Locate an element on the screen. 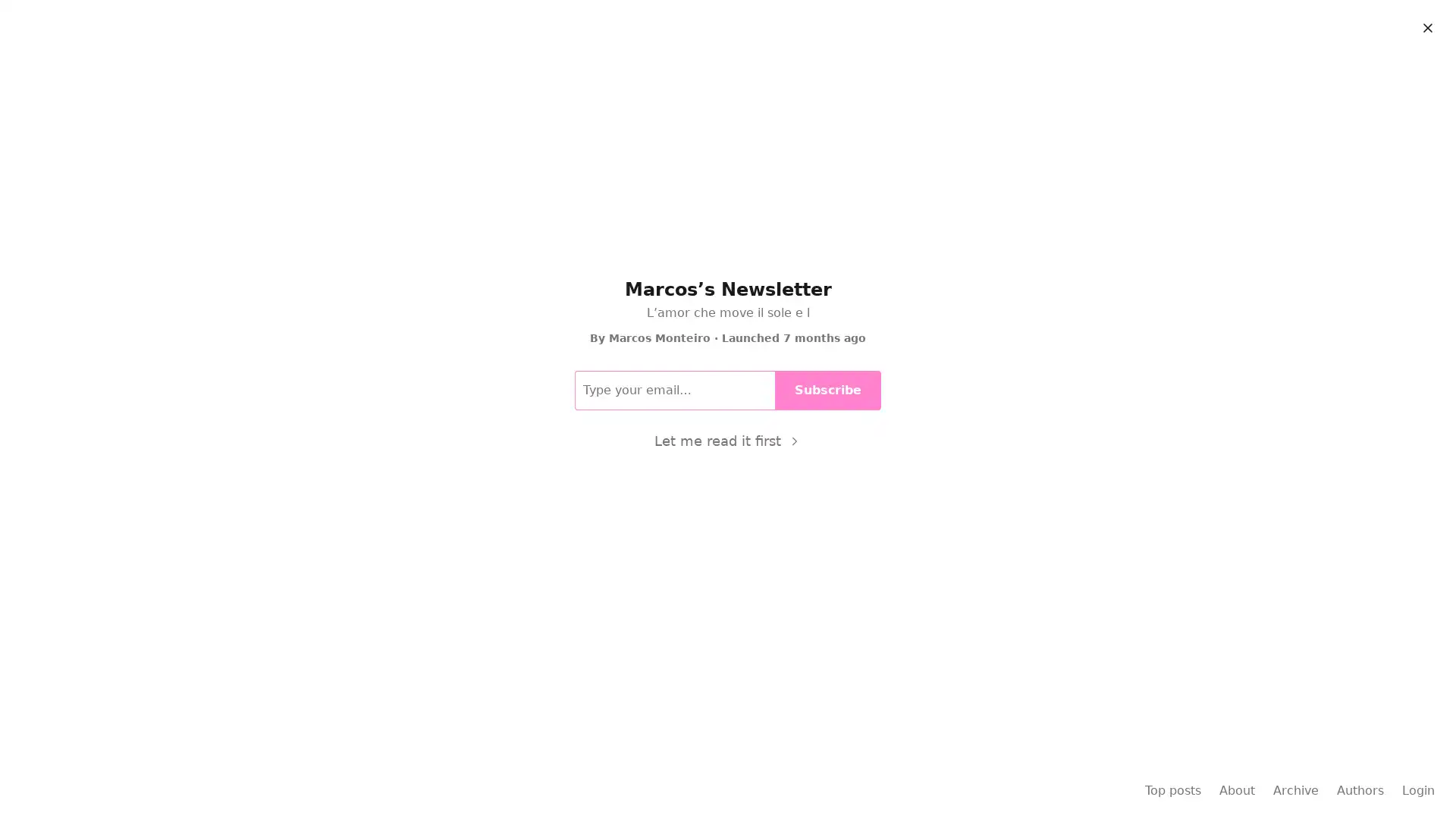 Image resolution: width=1456 pixels, height=819 pixels. Subscribe is located at coordinates (833, 246).